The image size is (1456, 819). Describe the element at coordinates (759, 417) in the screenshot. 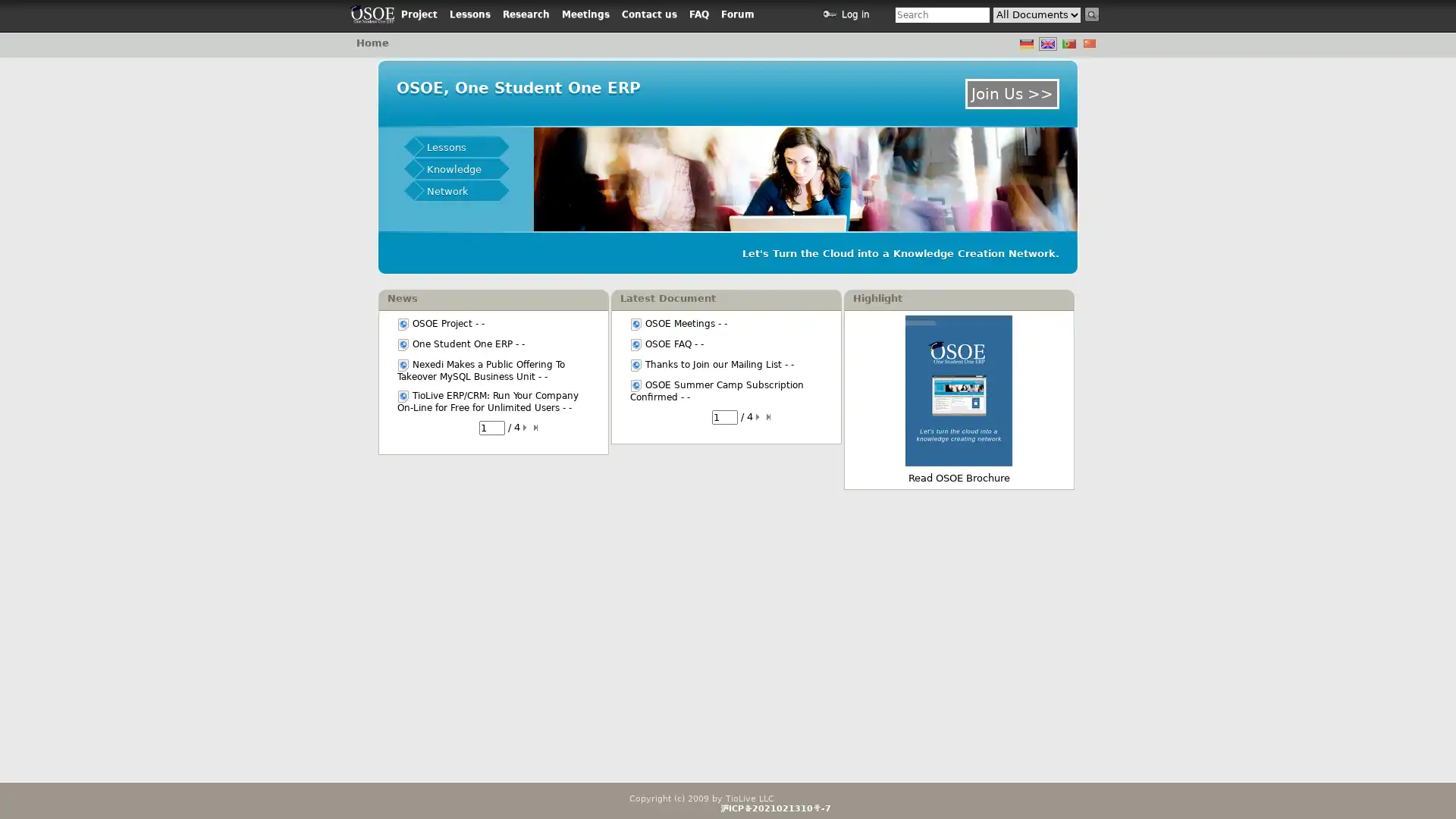

I see `Next Page` at that location.